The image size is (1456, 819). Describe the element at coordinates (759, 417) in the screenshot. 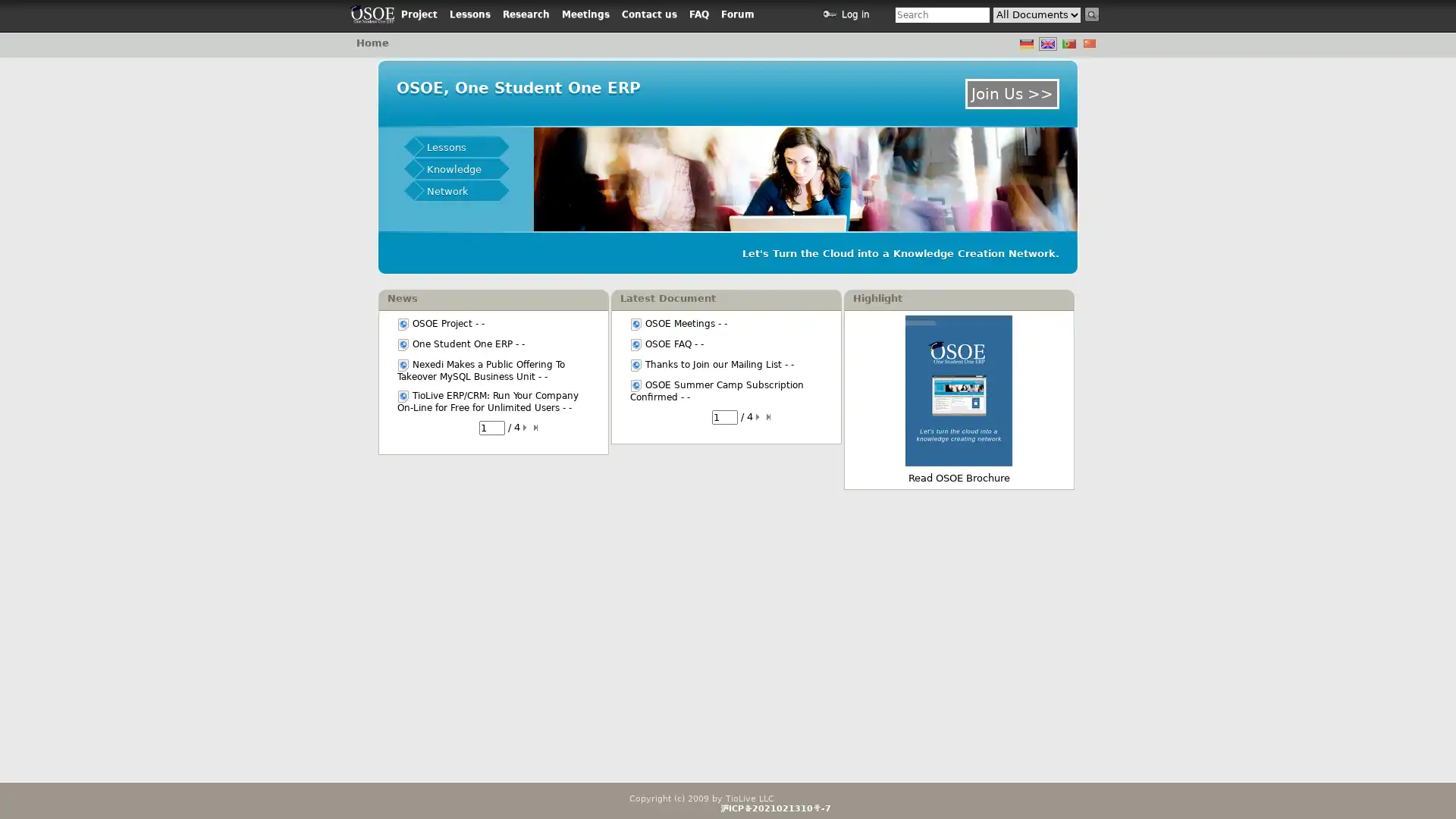

I see `Next Page` at that location.